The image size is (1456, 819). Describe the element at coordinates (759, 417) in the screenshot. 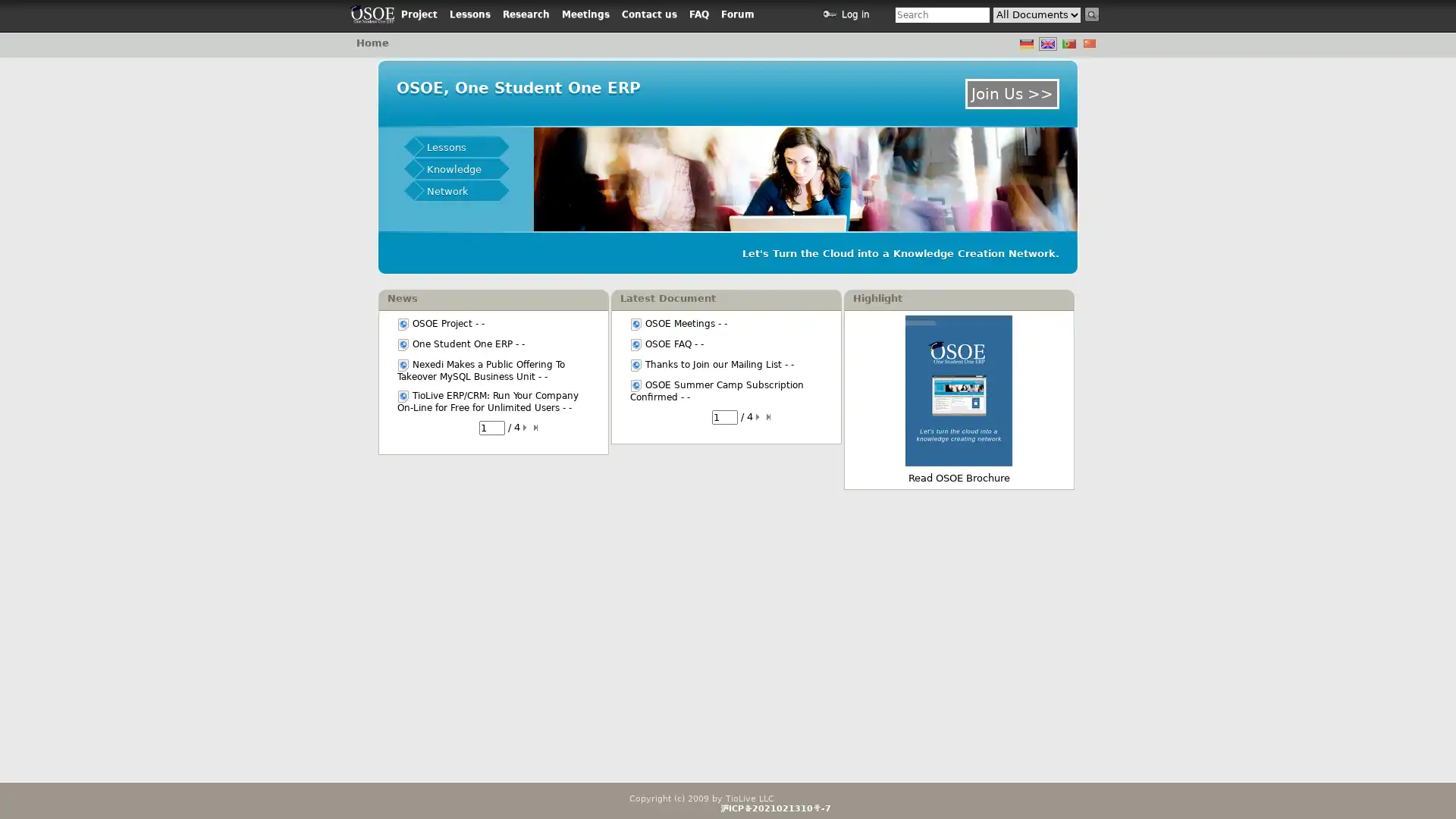

I see `Next Page` at that location.